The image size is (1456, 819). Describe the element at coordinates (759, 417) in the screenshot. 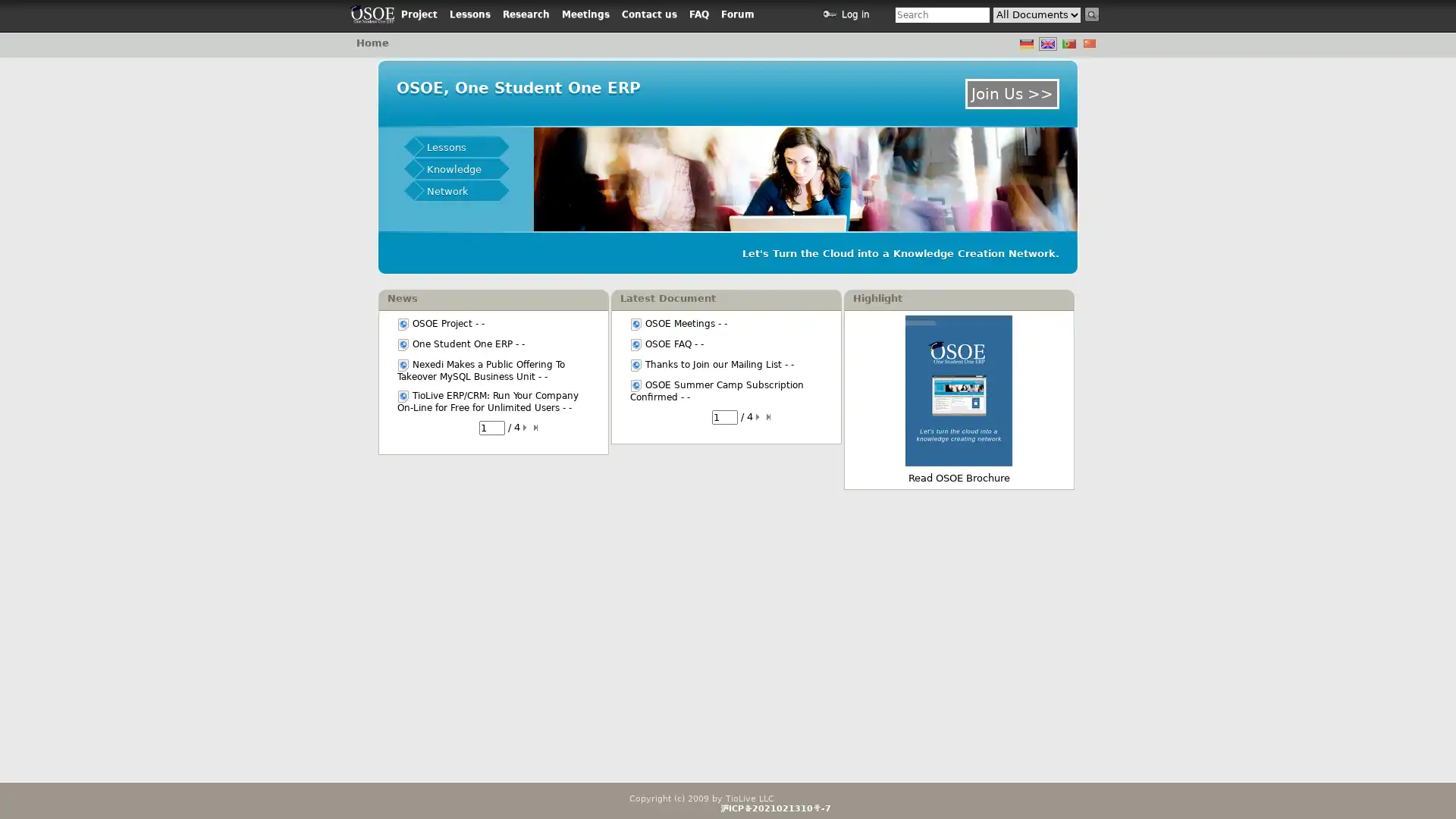

I see `Next Page` at that location.